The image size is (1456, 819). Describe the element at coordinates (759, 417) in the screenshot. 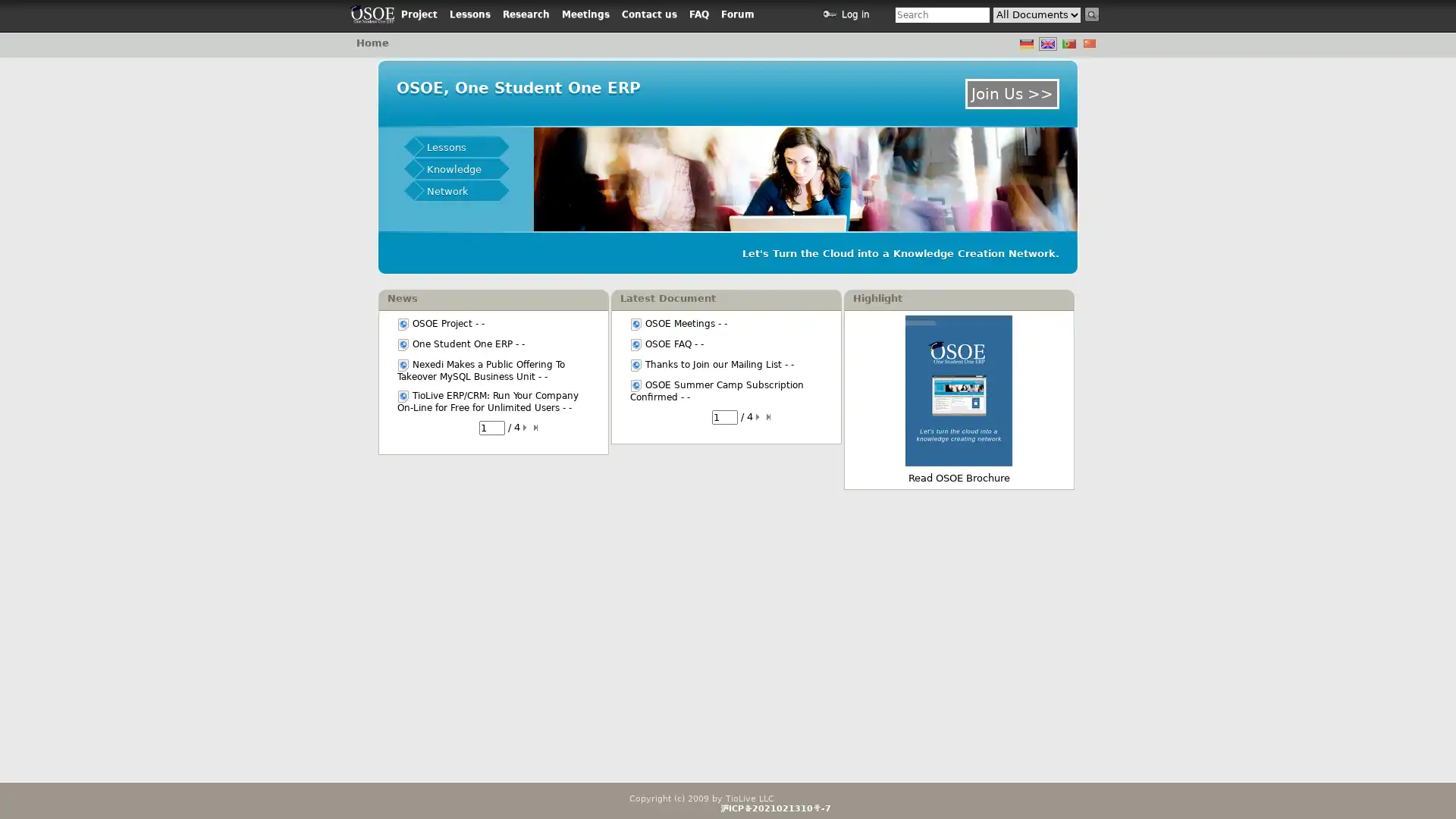

I see `Next Page` at that location.